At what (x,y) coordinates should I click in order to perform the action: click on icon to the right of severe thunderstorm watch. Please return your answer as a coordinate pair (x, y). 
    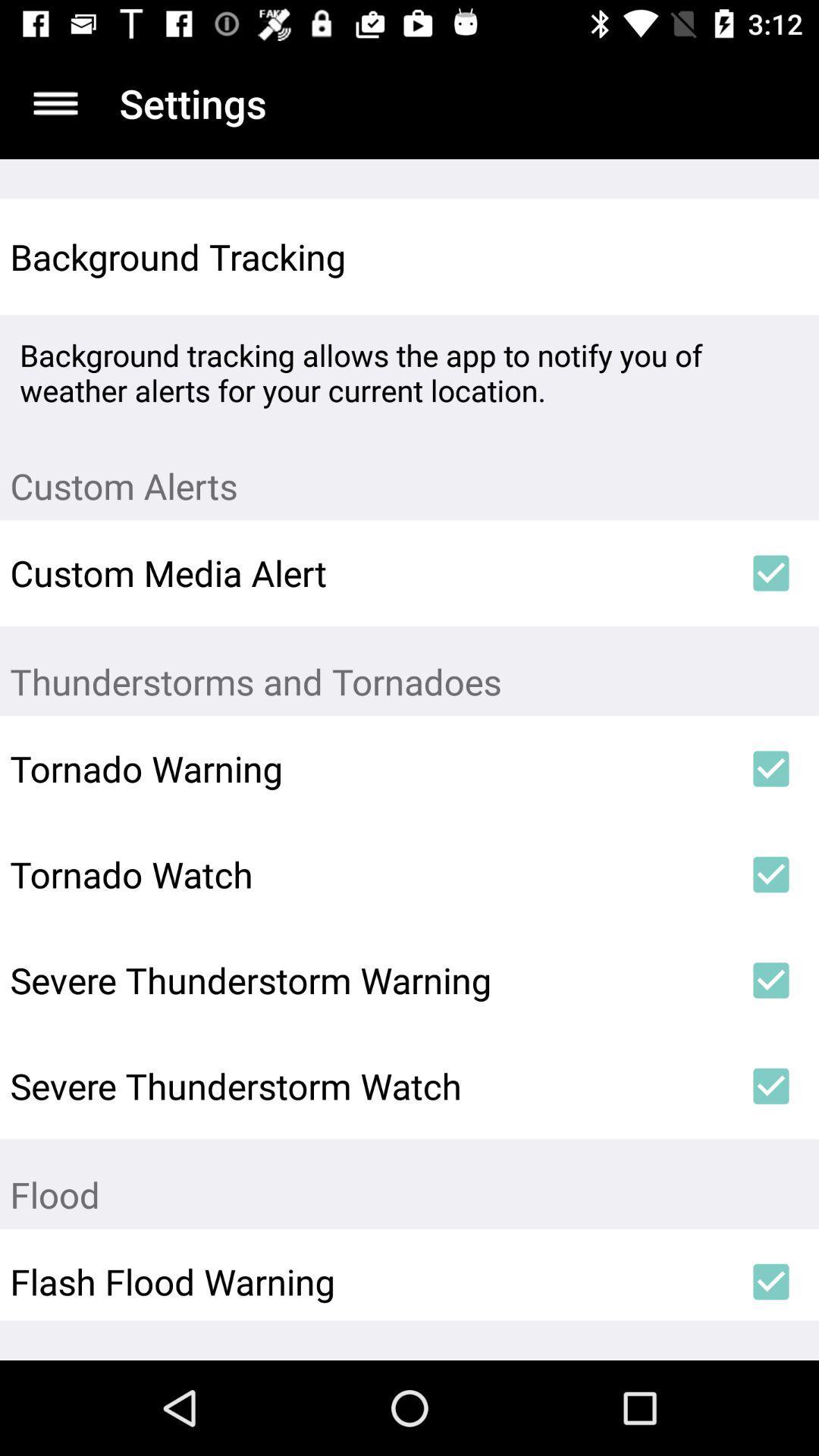
    Looking at the image, I should click on (771, 1085).